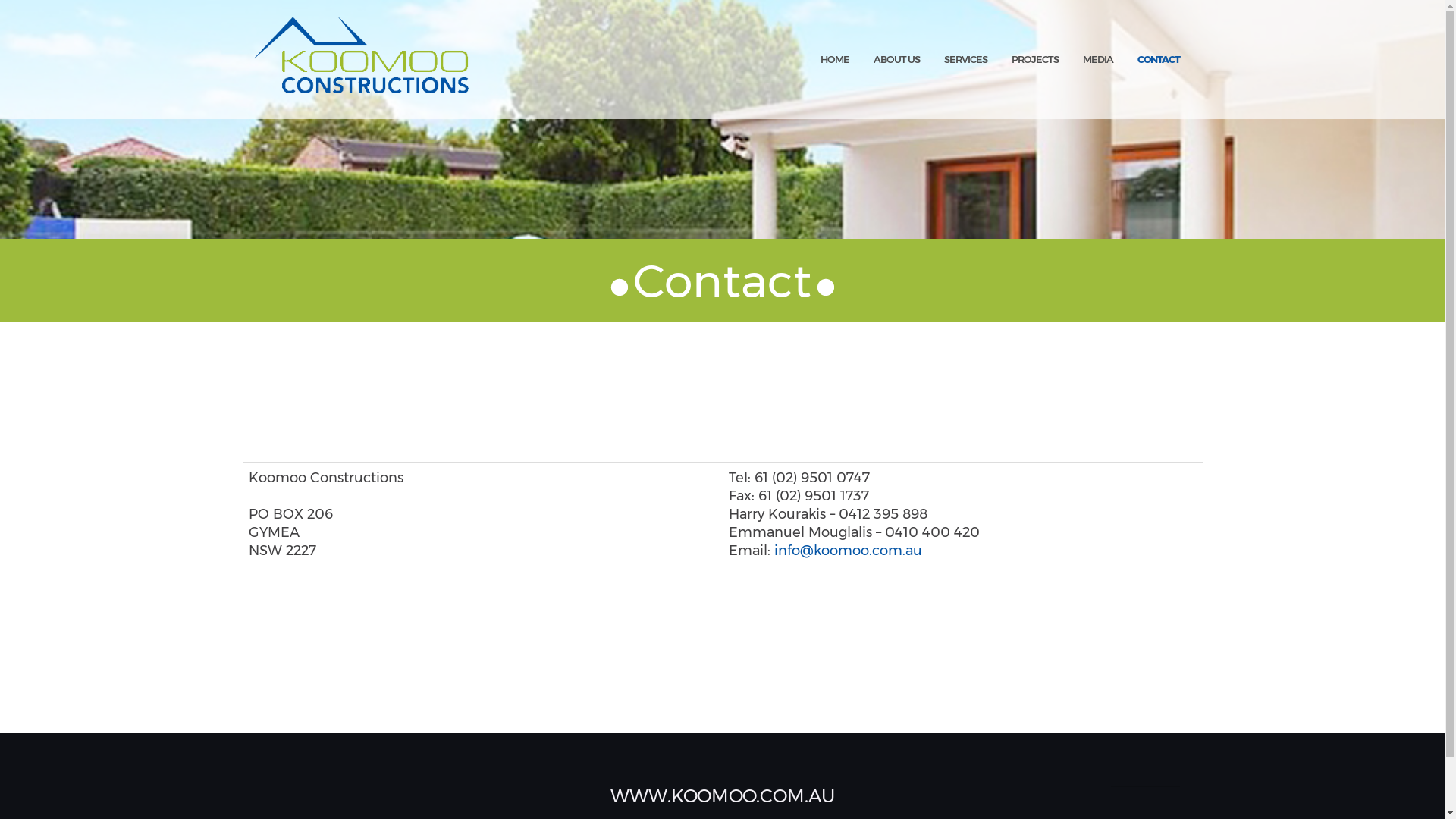 Image resolution: width=1456 pixels, height=819 pixels. I want to click on 'info@koomoo.com.au', so click(846, 550).